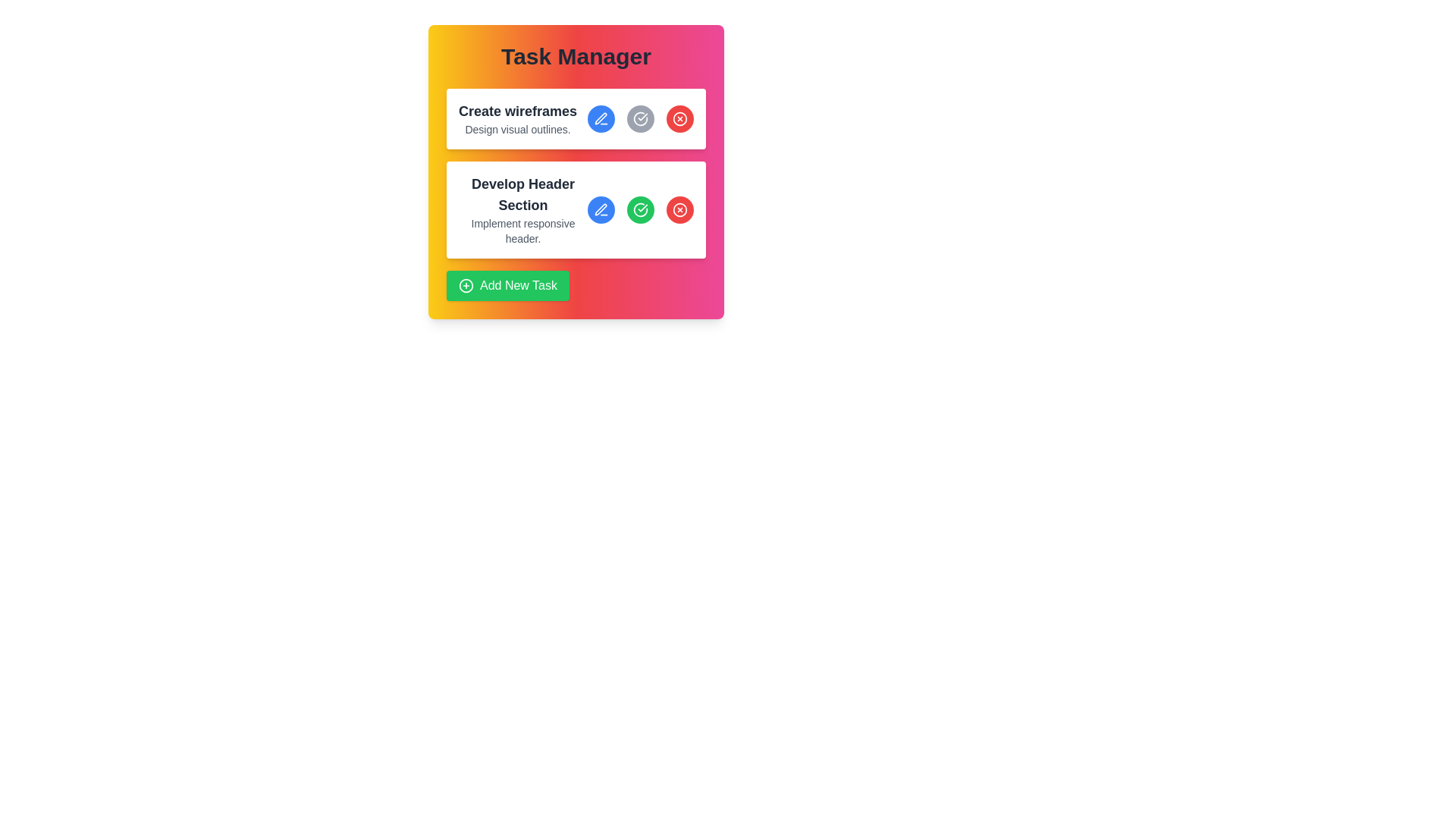  What do you see at coordinates (679, 210) in the screenshot?
I see `the red circular button with an 'X' icon` at bounding box center [679, 210].